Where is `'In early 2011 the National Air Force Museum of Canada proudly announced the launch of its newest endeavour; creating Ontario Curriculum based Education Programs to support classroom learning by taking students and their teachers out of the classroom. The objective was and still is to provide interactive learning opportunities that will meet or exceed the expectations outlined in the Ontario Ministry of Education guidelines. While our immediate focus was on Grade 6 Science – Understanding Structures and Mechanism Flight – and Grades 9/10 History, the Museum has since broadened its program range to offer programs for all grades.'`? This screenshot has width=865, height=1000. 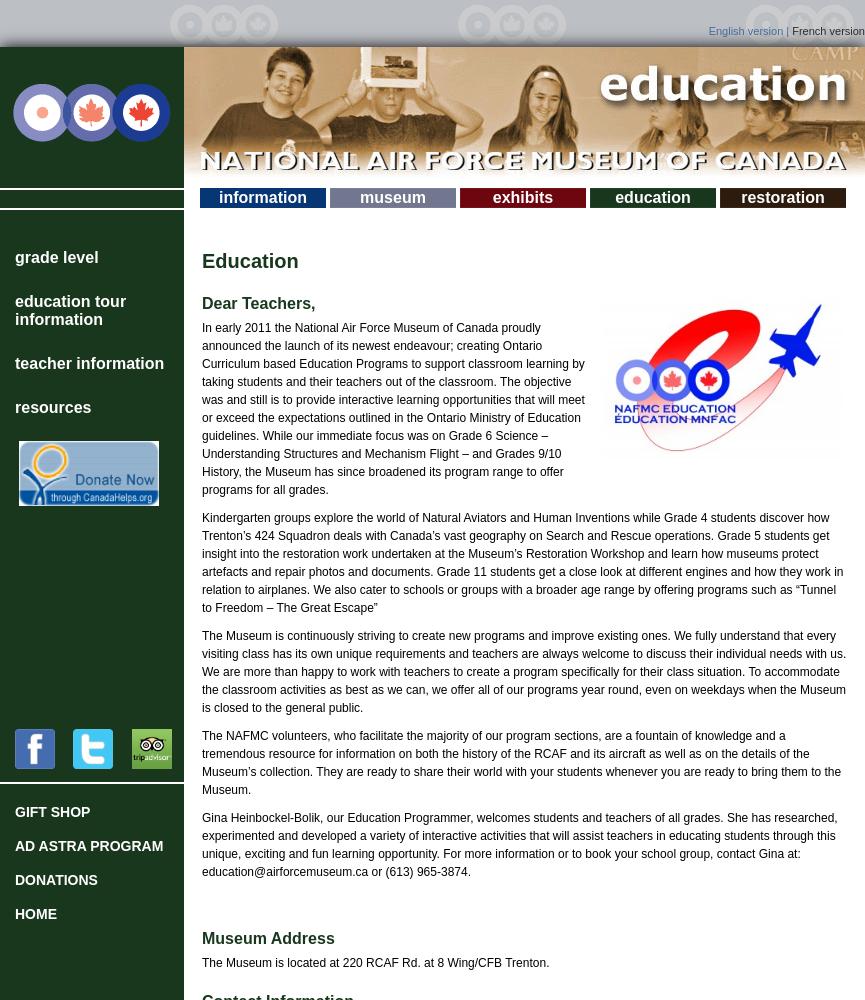
'In early 2011 the National Air Force Museum of Canada proudly announced the launch of its newest endeavour; creating Ontario Curriculum based Education Programs to support classroom learning by taking students and their teachers out of the classroom. The objective was and still is to provide interactive learning opportunities that will meet or exceed the expectations outlined in the Ontario Ministry of Education guidelines. While our immediate focus was on Grade 6 Science – Understanding Structures and Mechanism Flight – and Grades 9/10 History, the Museum has since broadened its program range to offer programs for all grades.' is located at coordinates (200, 409).